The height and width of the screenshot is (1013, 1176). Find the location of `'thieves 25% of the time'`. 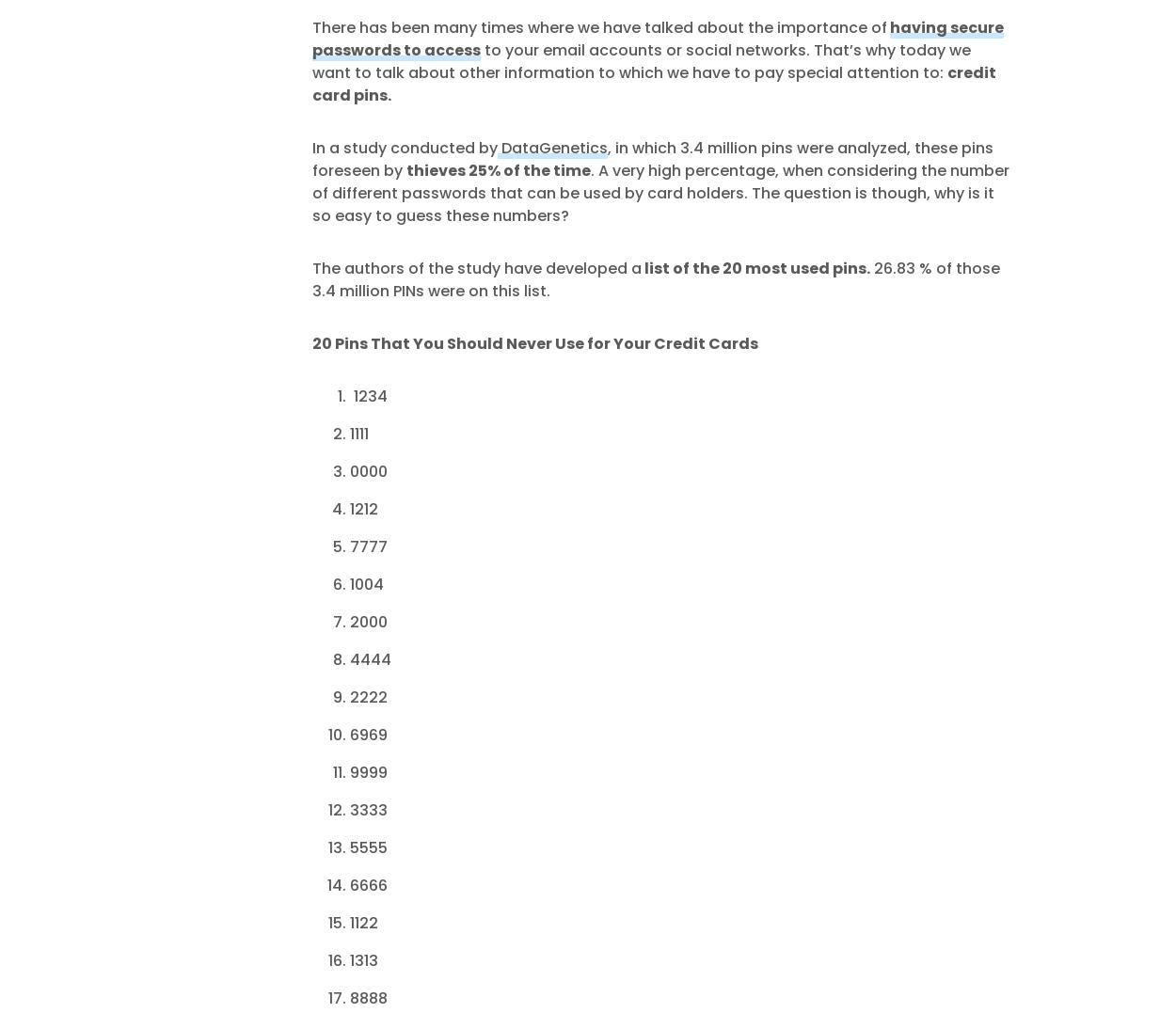

'thieves 25% of the time' is located at coordinates (498, 168).